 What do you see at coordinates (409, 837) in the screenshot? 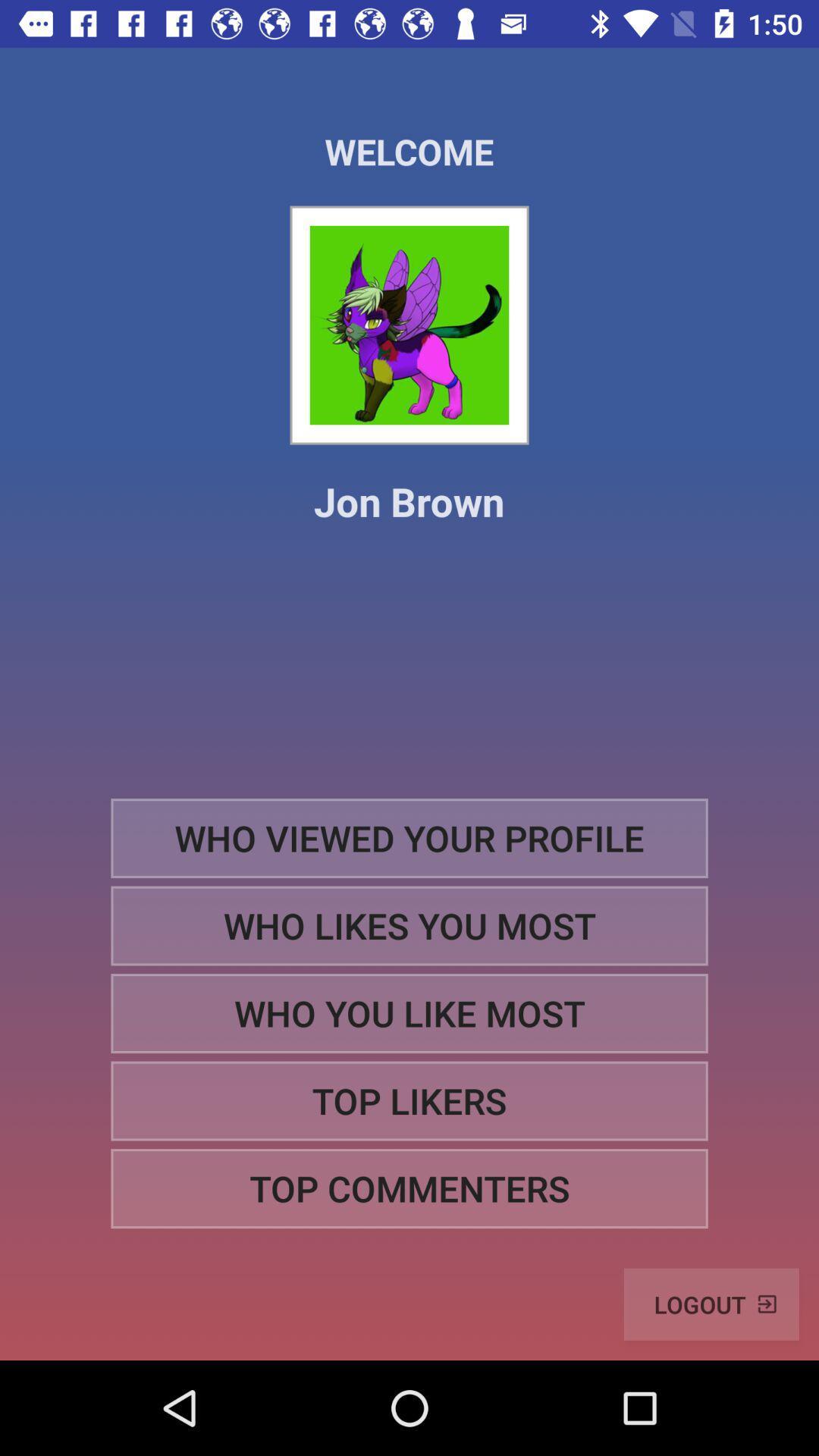
I see `who viewed your icon` at bounding box center [409, 837].